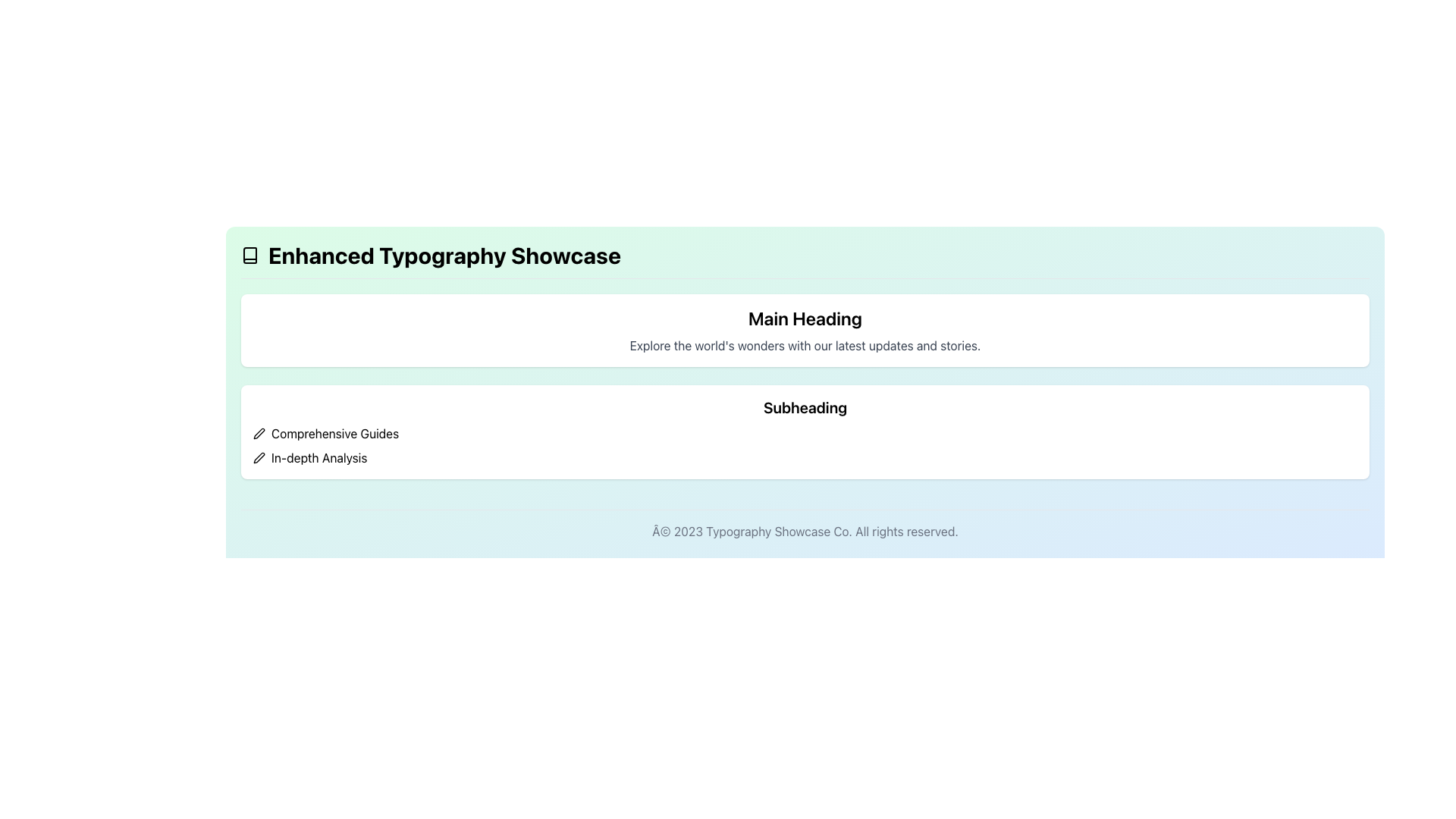  I want to click on the edit icon located to the left of the 'Comprehensive Guides' text to initiate an edit action, so click(259, 433).